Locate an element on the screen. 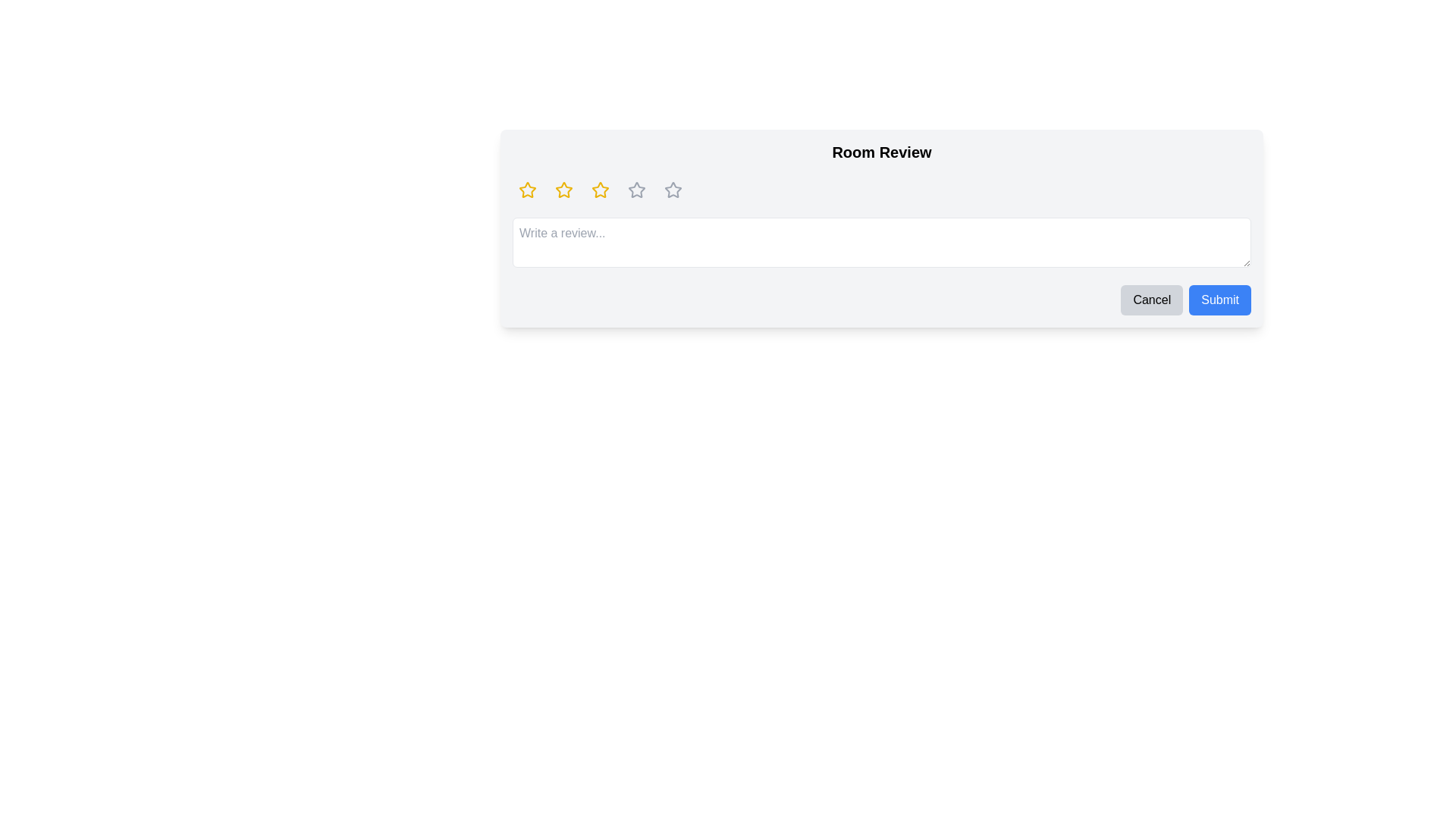 The width and height of the screenshot is (1456, 819). the third golden, outlined star icon in the five-star rating system is located at coordinates (600, 189).